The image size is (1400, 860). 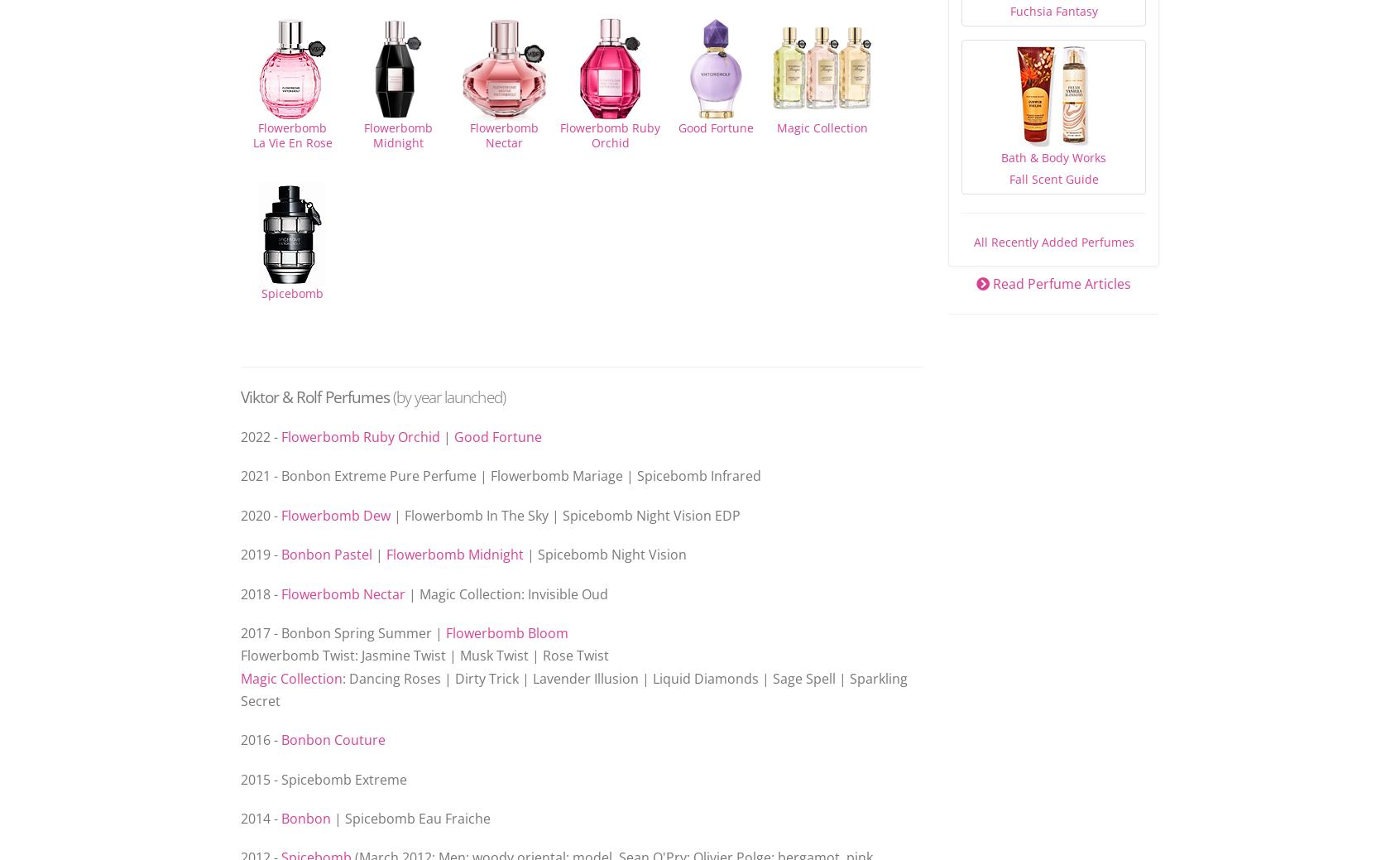 What do you see at coordinates (240, 688) in the screenshot?
I see `': Dancing Roses | Dirty Trick | Lavender Illusion | Liquid Diamonds | Sage Spell | Sparkling Secret'` at bounding box center [240, 688].